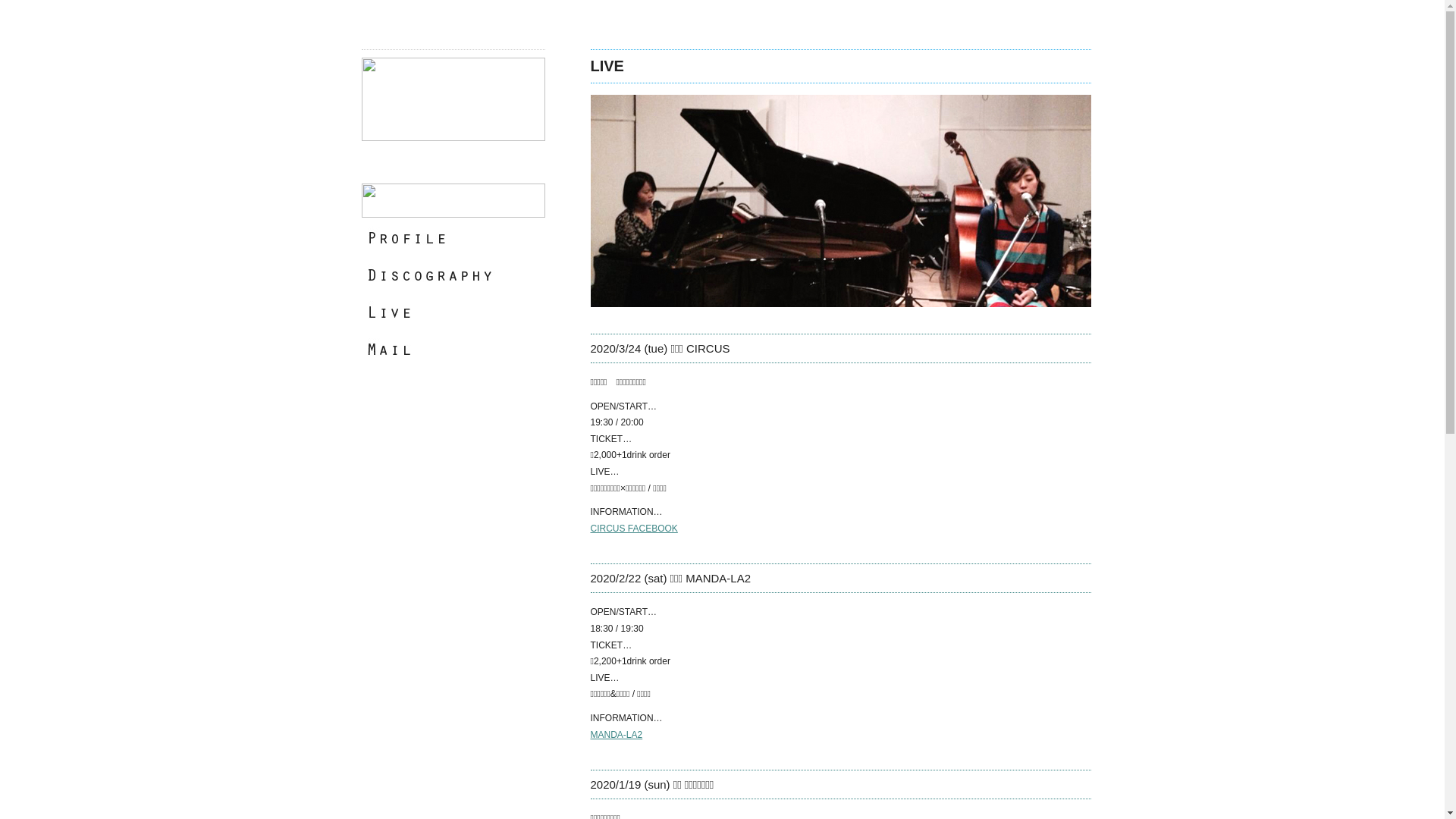 The width and height of the screenshot is (1456, 819). I want to click on 'CIRCUS FACEBOOK', so click(633, 528).